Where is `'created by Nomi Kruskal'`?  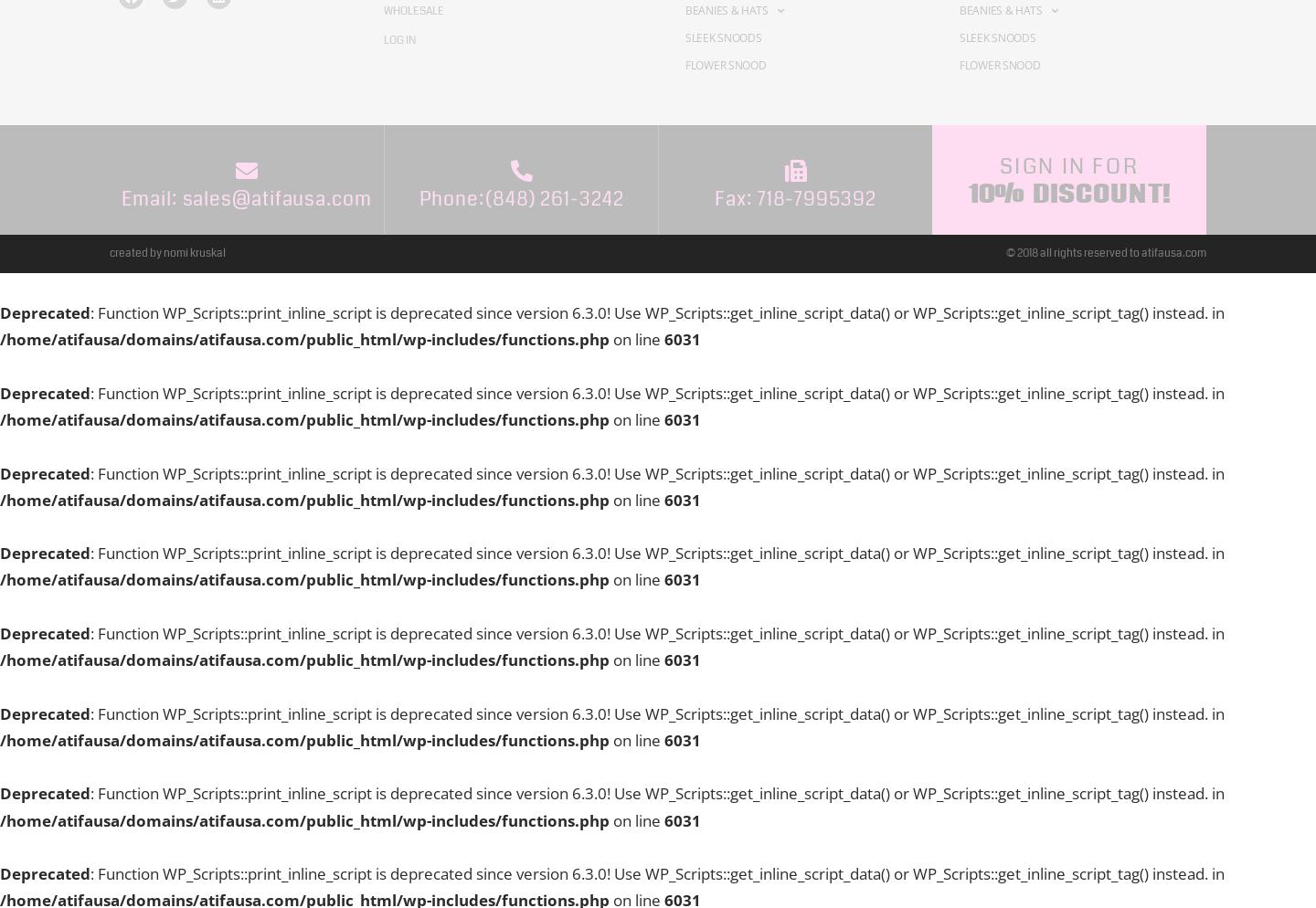 'created by Nomi Kruskal' is located at coordinates (167, 251).